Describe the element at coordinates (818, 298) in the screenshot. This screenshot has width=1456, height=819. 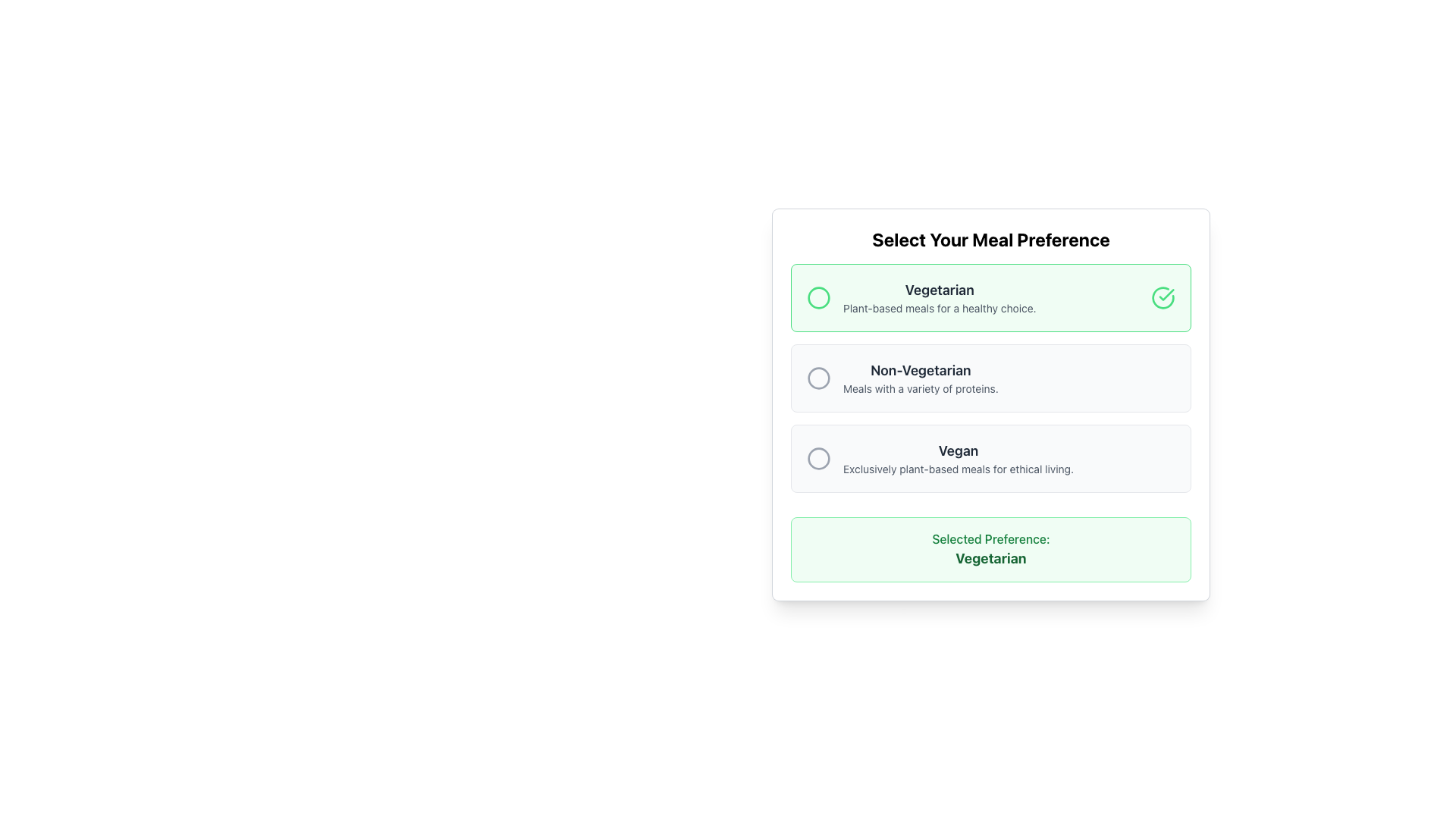
I see `the SVG Circle that indicates the active selection for the 'Vegetarian' meal preference in the checkbox area` at that location.